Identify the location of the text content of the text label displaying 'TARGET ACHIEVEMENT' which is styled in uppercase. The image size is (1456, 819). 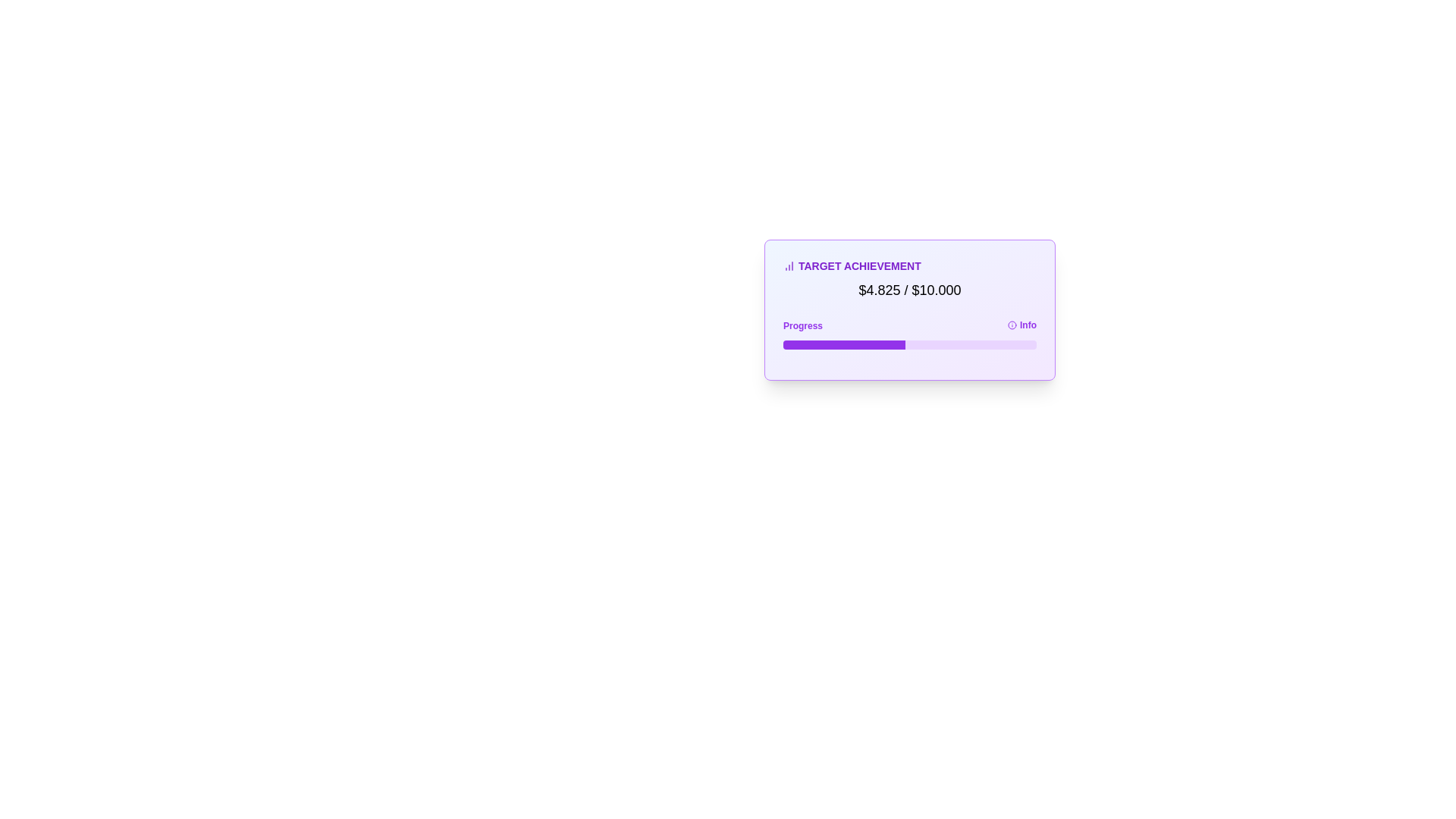
(910, 265).